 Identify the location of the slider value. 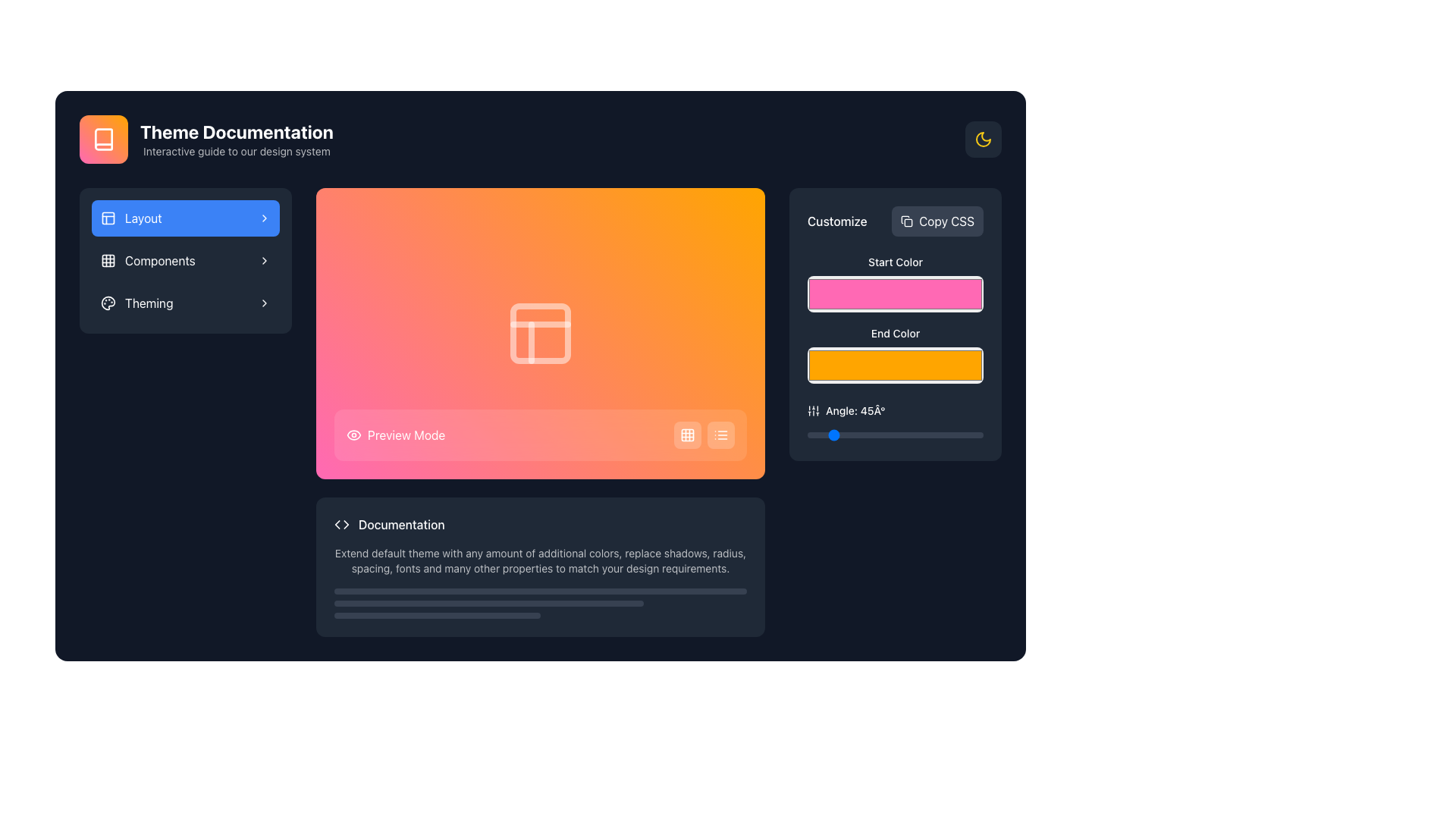
(982, 435).